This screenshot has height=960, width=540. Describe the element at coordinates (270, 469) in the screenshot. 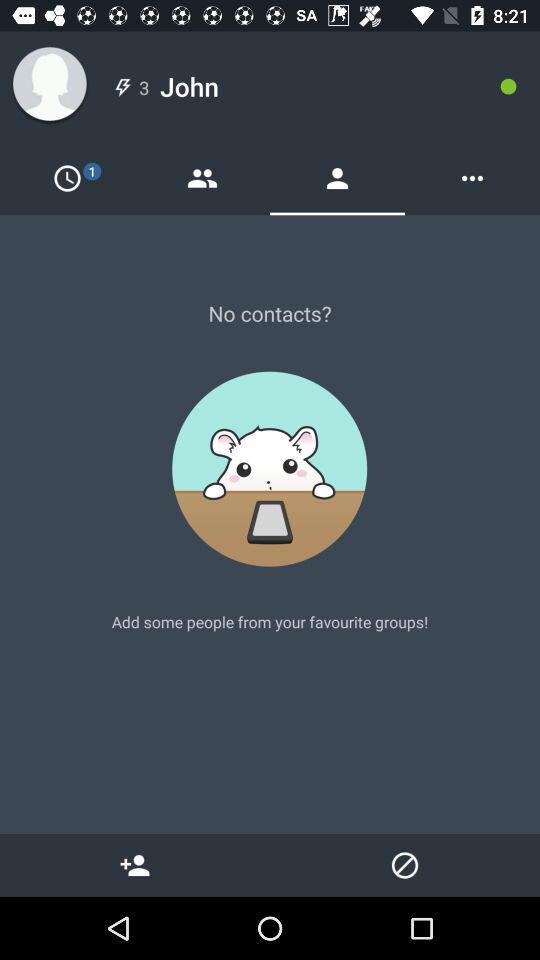

I see `the image at the center of the page` at that location.